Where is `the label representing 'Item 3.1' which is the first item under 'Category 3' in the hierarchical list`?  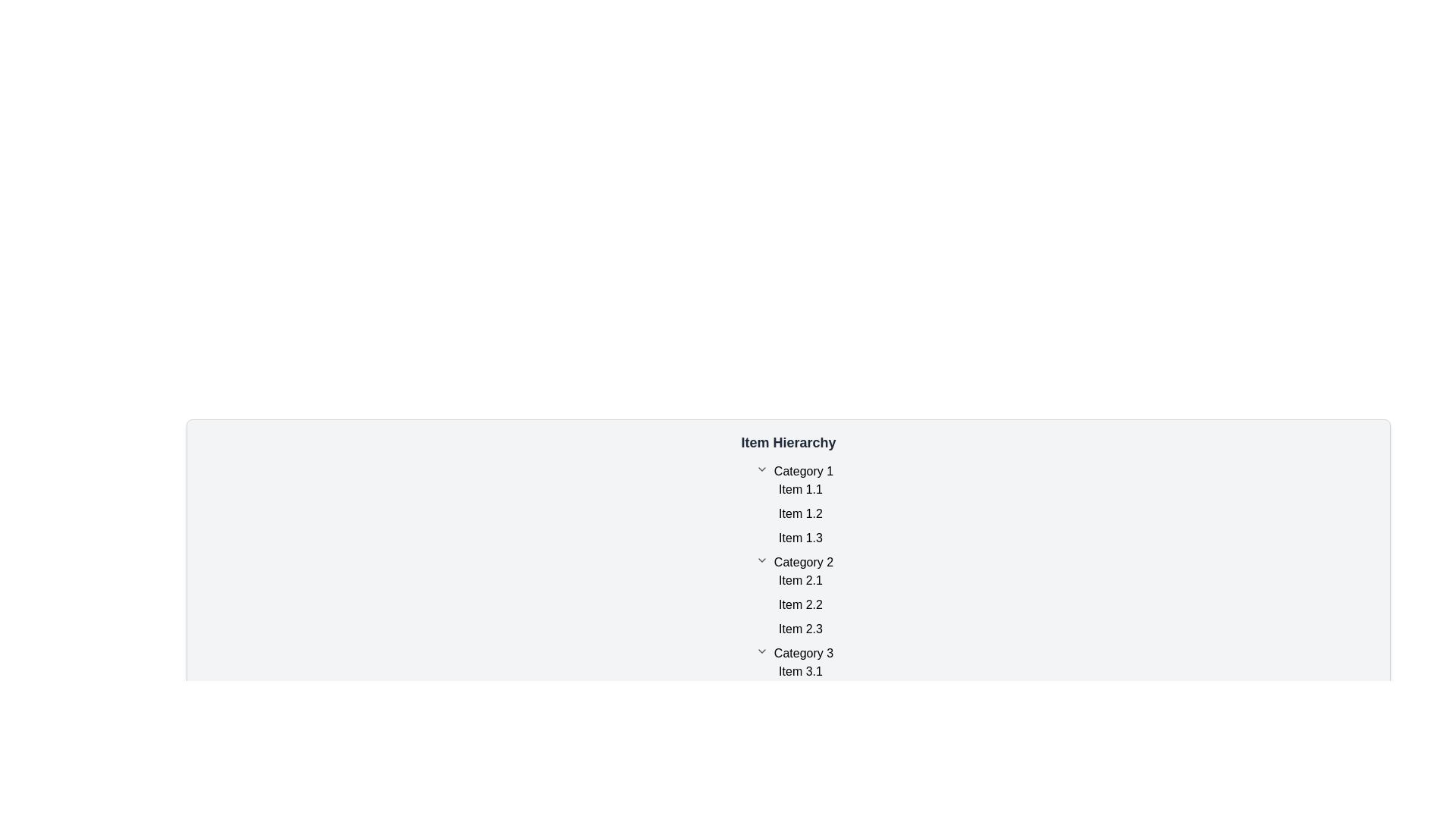
the label representing 'Item 3.1' which is the first item under 'Category 3' in the hierarchical list is located at coordinates (800, 670).